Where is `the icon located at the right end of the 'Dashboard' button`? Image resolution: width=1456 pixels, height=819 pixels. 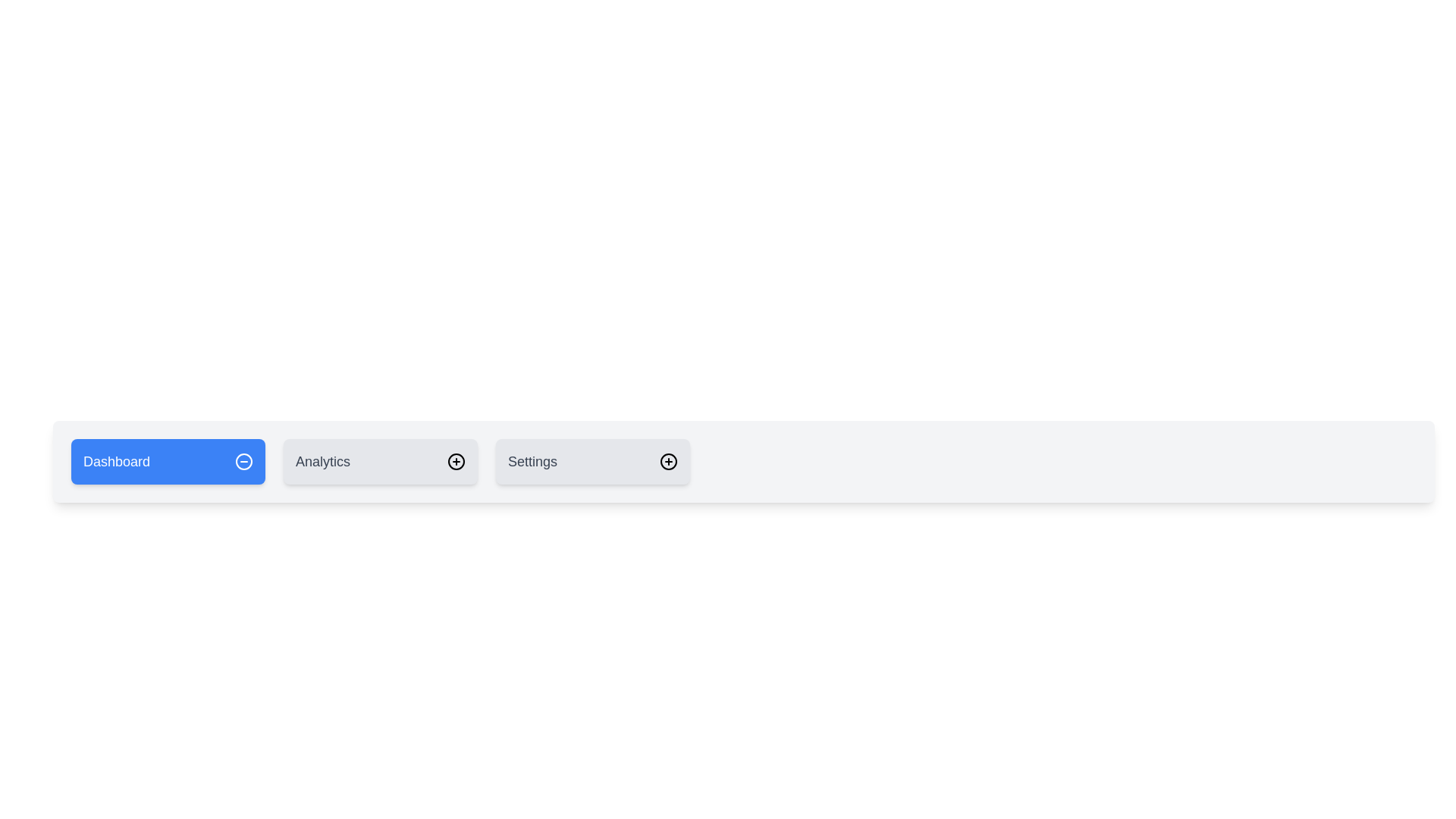 the icon located at the right end of the 'Dashboard' button is located at coordinates (243, 461).